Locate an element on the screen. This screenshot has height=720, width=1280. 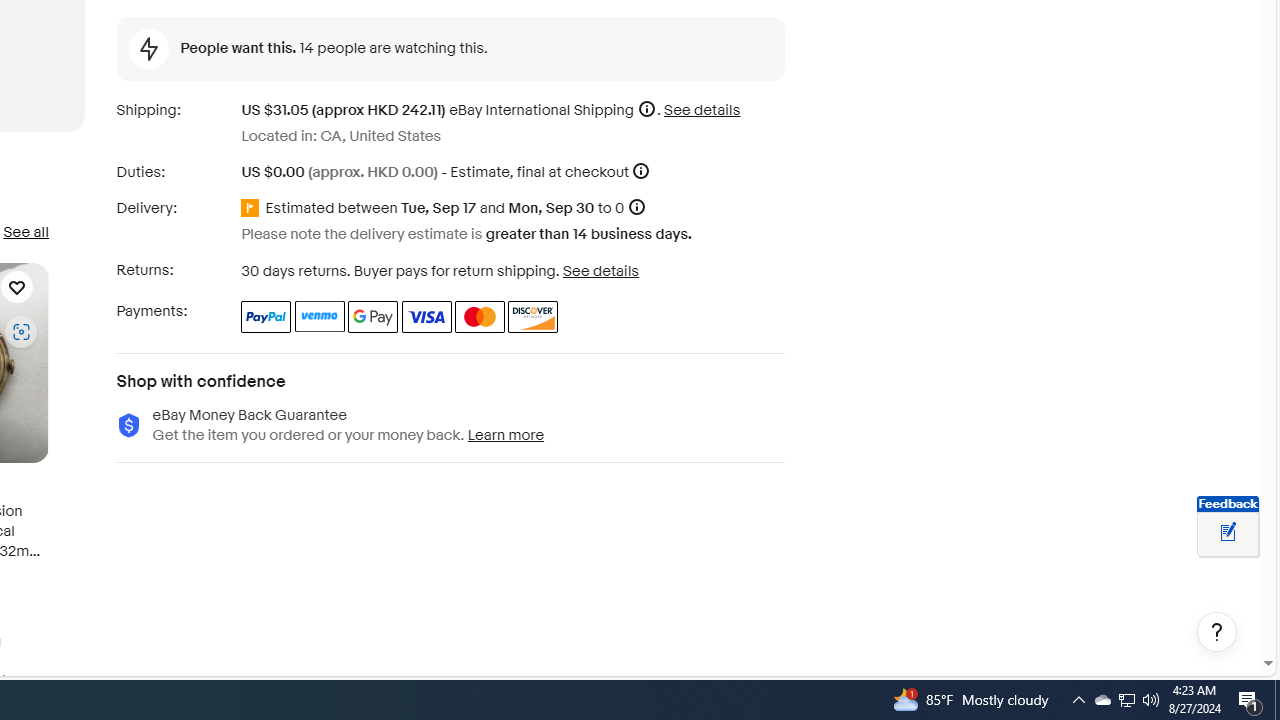
'Master Card' is located at coordinates (480, 315).